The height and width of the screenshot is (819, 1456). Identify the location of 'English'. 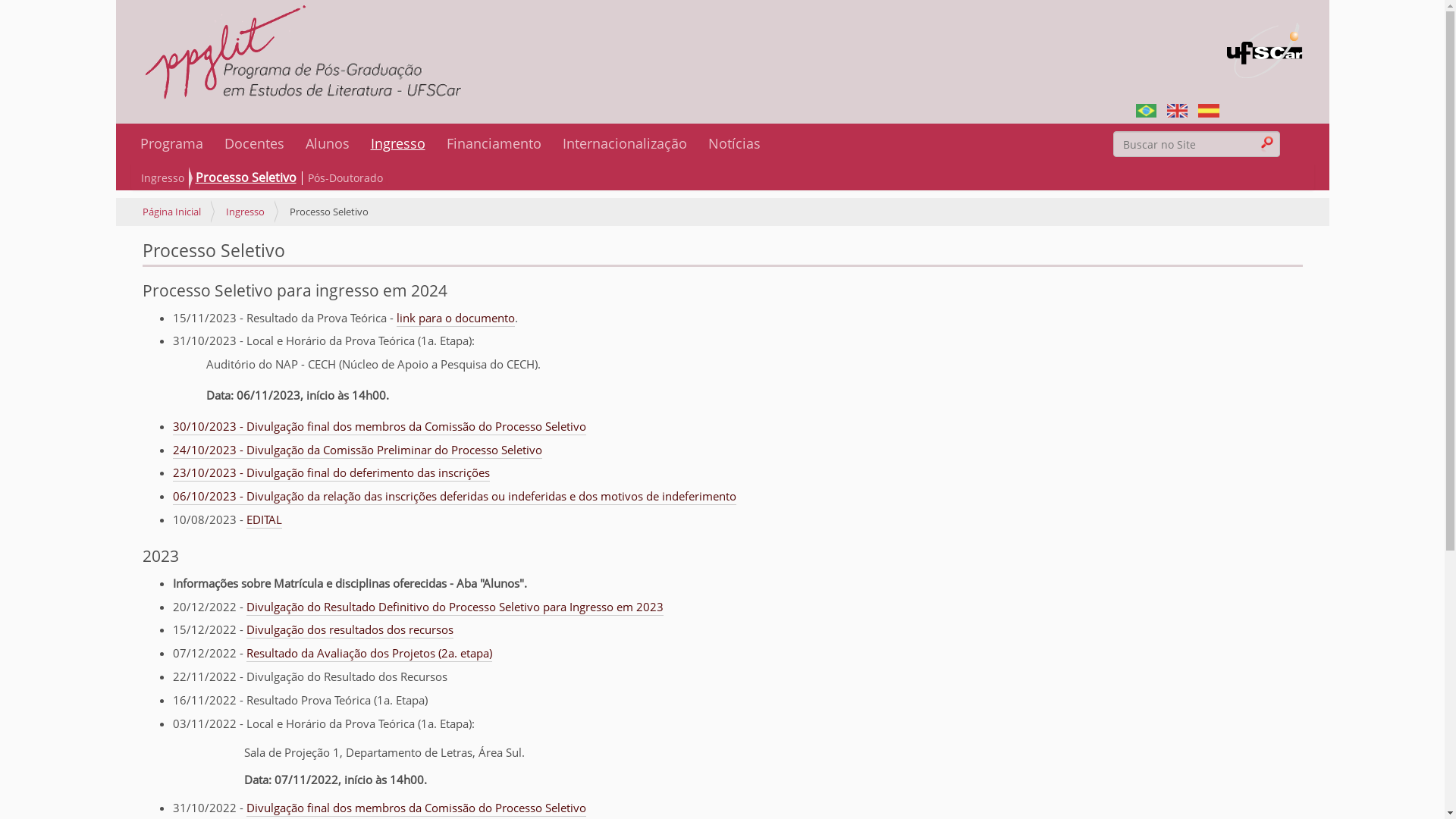
(1176, 108).